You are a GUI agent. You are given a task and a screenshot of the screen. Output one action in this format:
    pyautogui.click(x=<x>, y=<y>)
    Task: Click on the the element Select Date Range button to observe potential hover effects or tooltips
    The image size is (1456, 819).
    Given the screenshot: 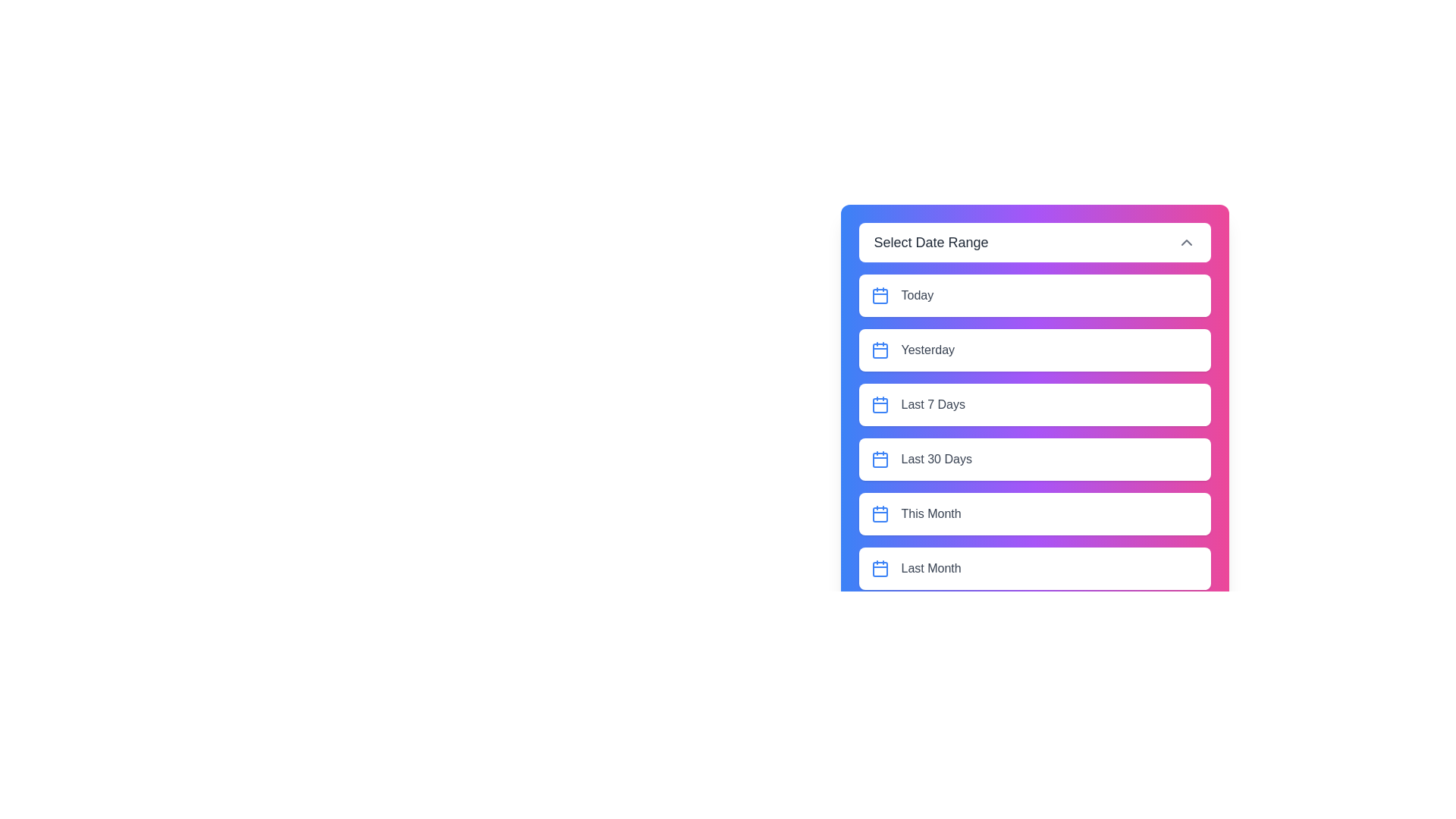 What is the action you would take?
    pyautogui.click(x=1034, y=242)
    